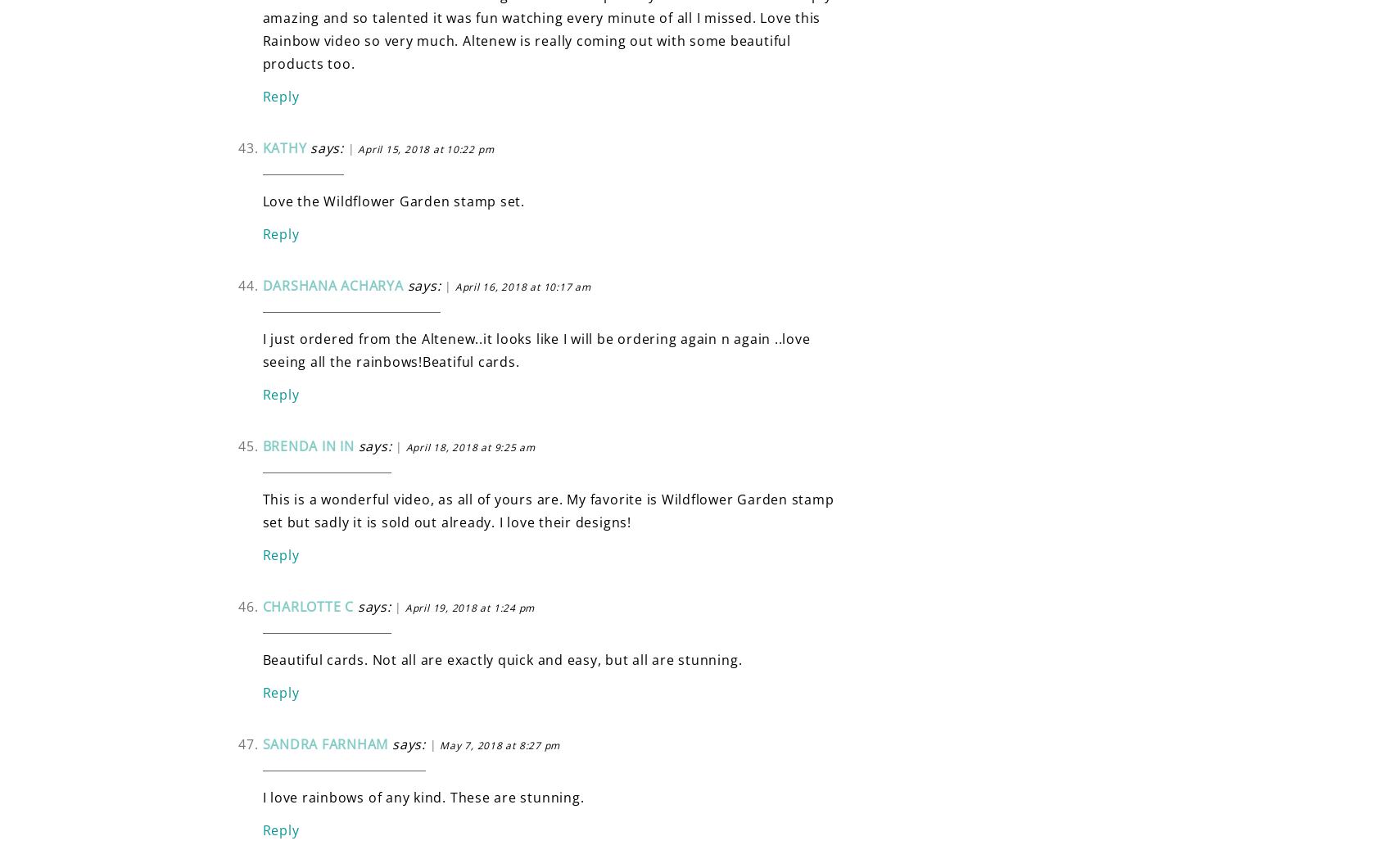 This screenshot has height=868, width=1393. Describe the element at coordinates (261, 146) in the screenshot. I see `'Kathy'` at that location.